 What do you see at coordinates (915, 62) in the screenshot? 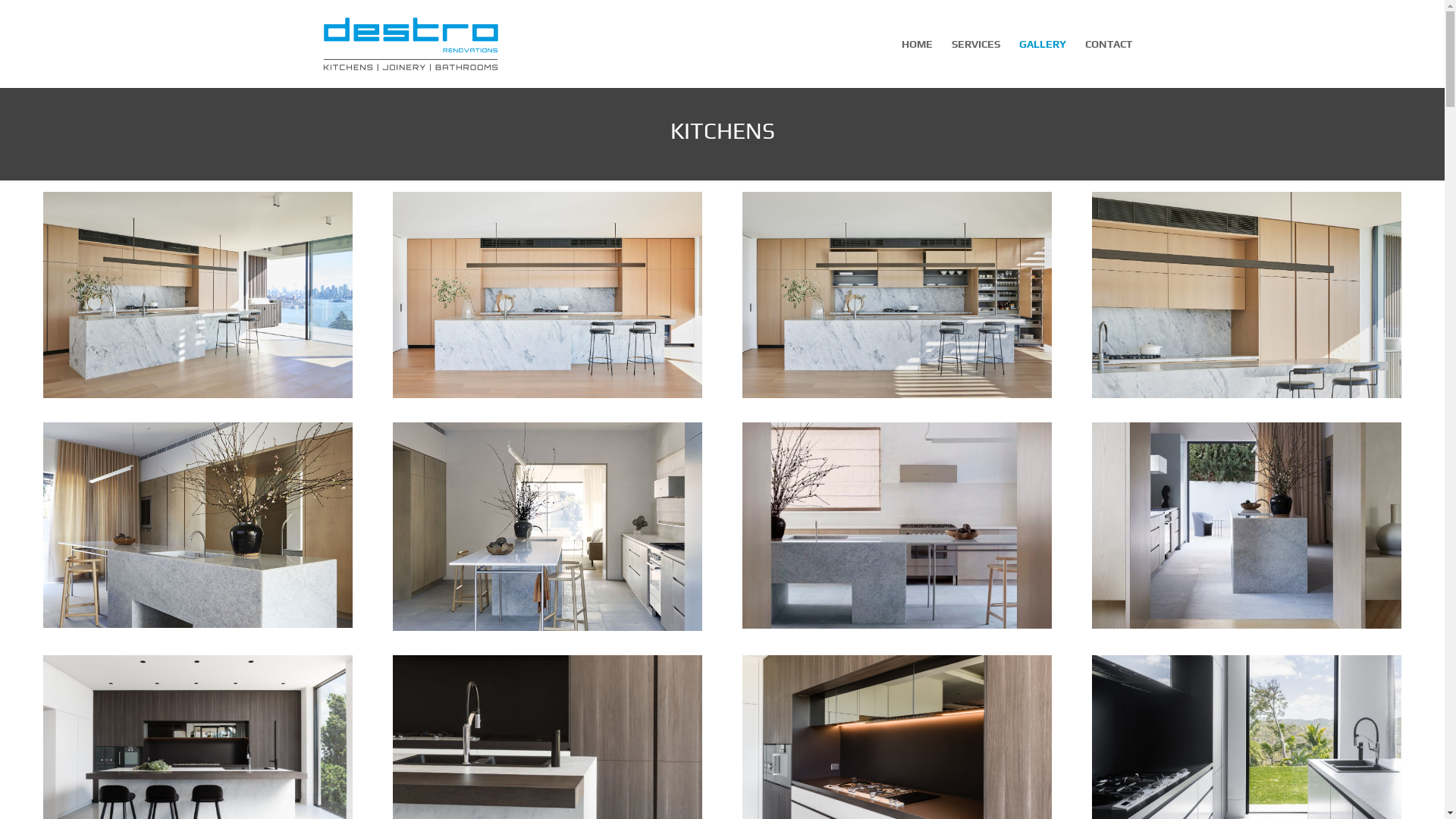
I see `'HOME'` at bounding box center [915, 62].